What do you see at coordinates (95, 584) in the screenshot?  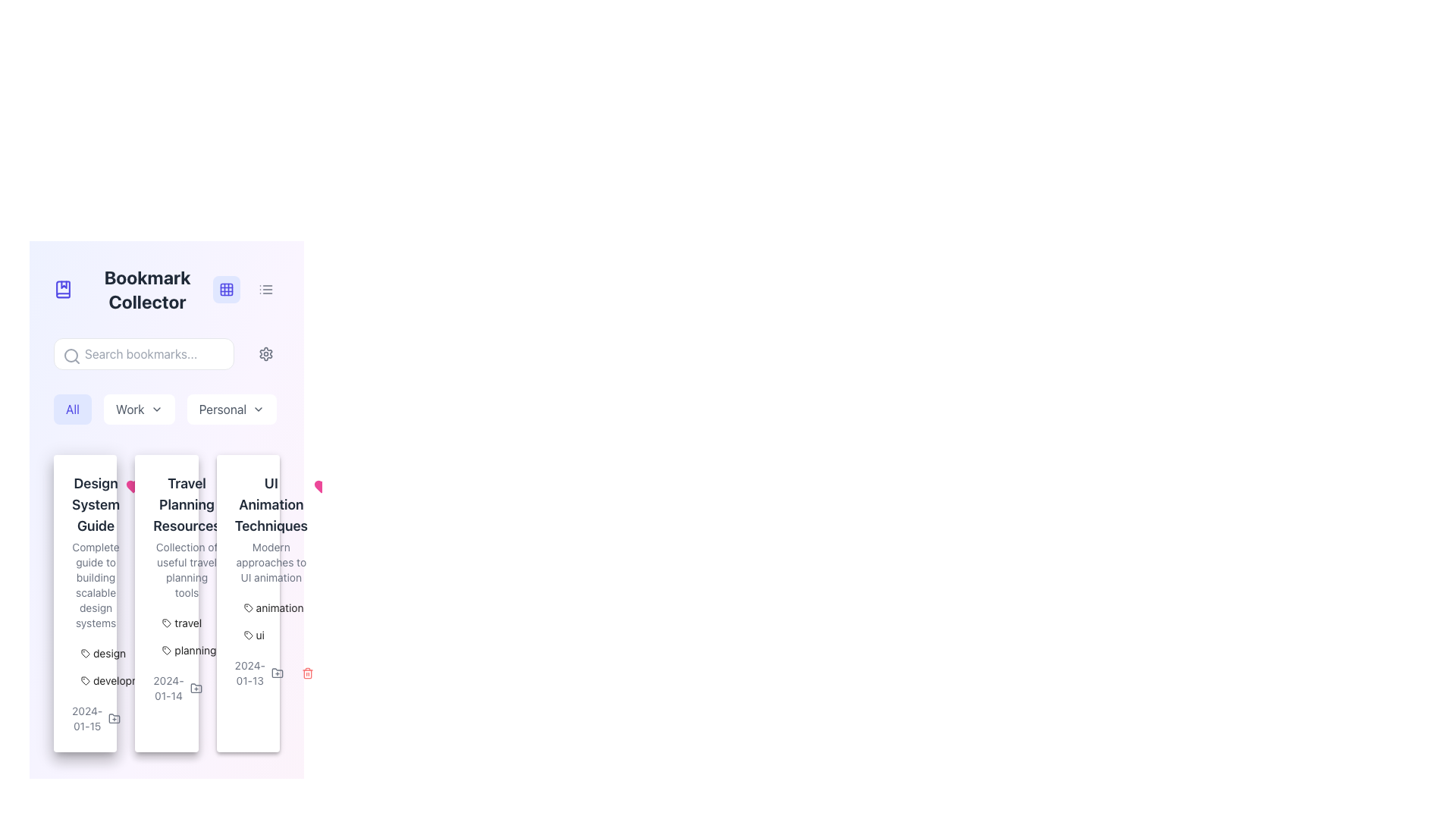 I see `the text block directly below the 'Design System Guide' subtitle within the card-like interface element` at bounding box center [95, 584].